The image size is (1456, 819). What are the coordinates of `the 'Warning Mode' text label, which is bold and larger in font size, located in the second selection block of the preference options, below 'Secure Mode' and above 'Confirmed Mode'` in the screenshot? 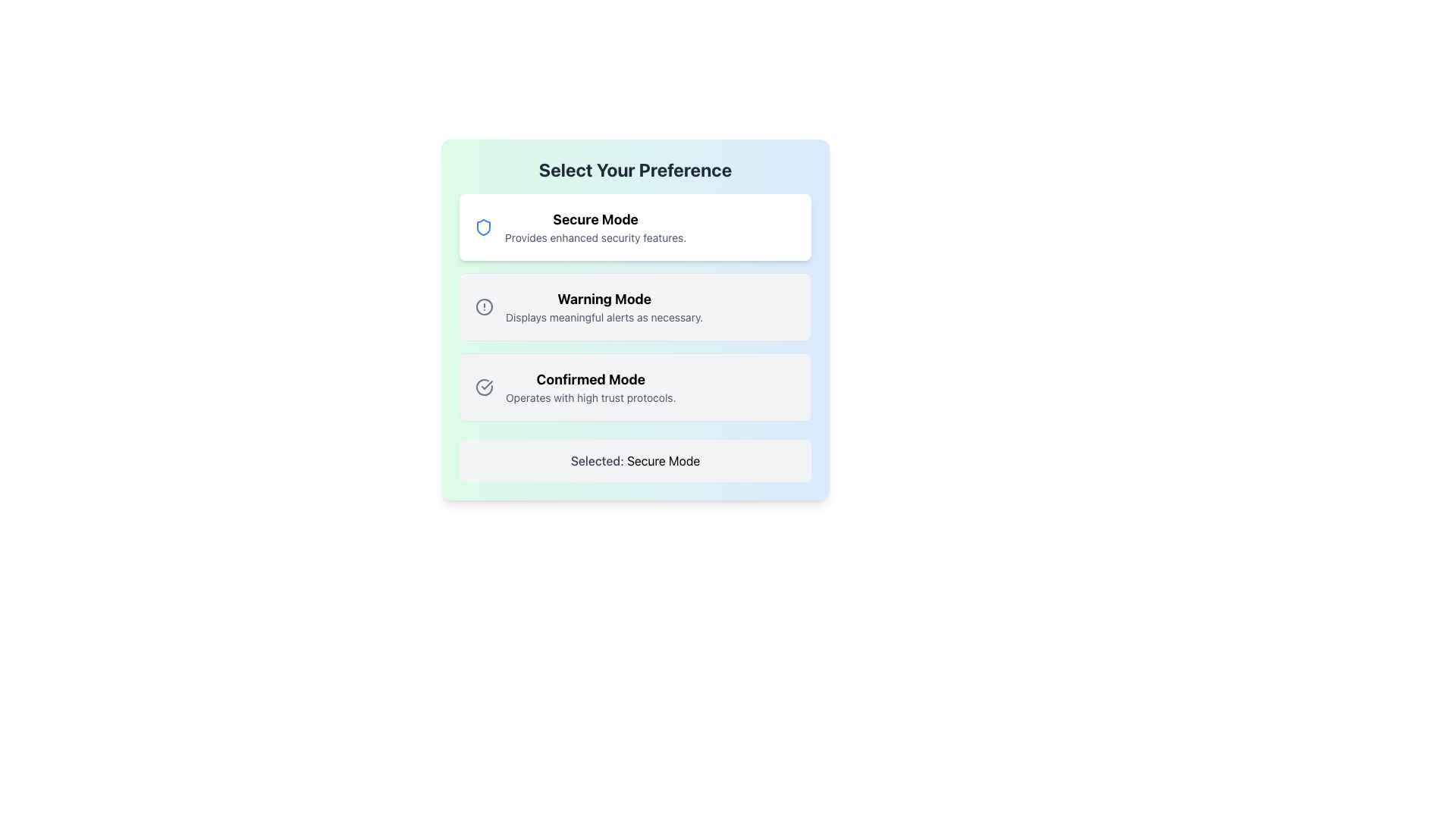 It's located at (604, 299).